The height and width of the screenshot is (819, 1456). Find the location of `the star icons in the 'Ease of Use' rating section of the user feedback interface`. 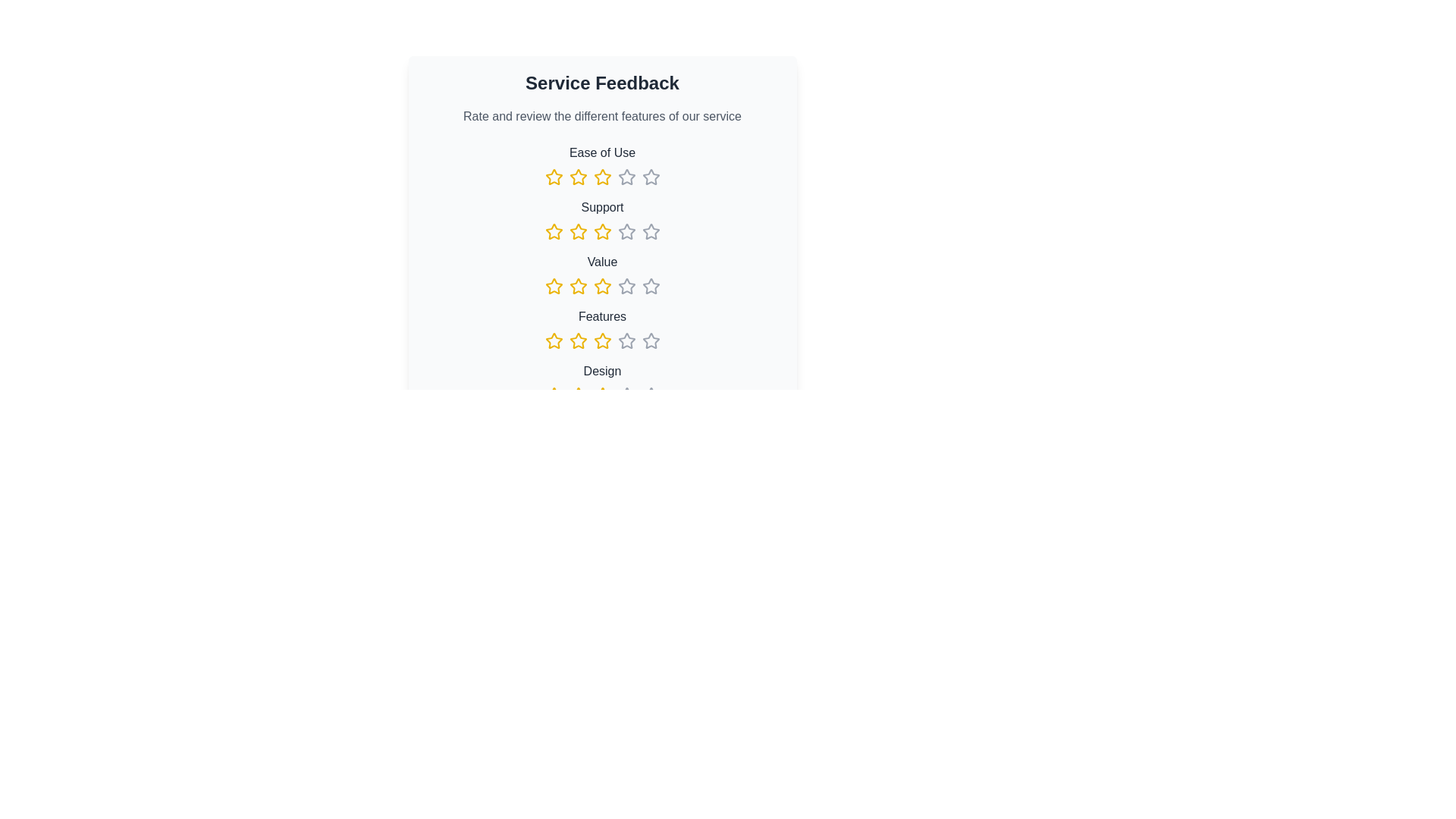

the star icons in the 'Ease of Use' rating section of the user feedback interface is located at coordinates (601, 165).